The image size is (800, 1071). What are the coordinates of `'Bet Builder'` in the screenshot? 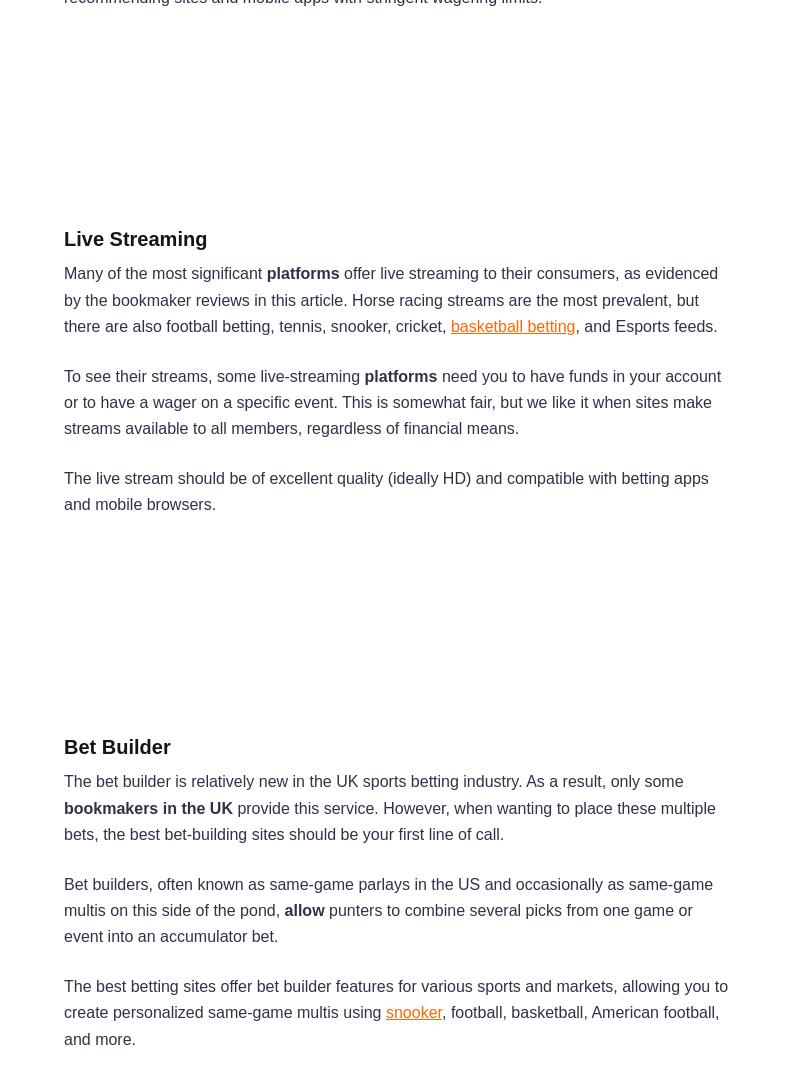 It's located at (115, 747).